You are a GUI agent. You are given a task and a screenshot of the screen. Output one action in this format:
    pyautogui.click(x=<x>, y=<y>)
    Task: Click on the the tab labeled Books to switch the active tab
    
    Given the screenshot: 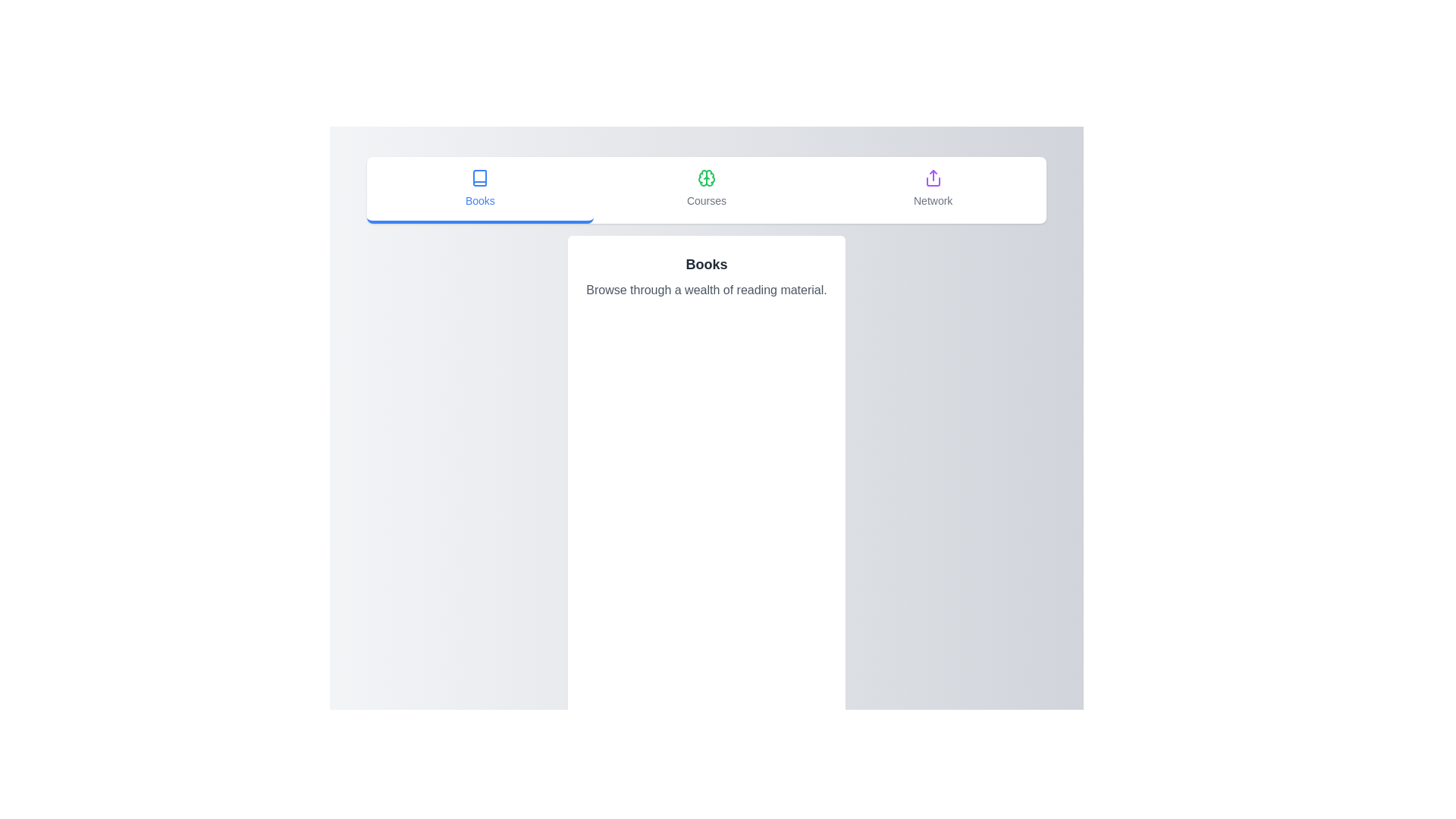 What is the action you would take?
    pyautogui.click(x=479, y=189)
    